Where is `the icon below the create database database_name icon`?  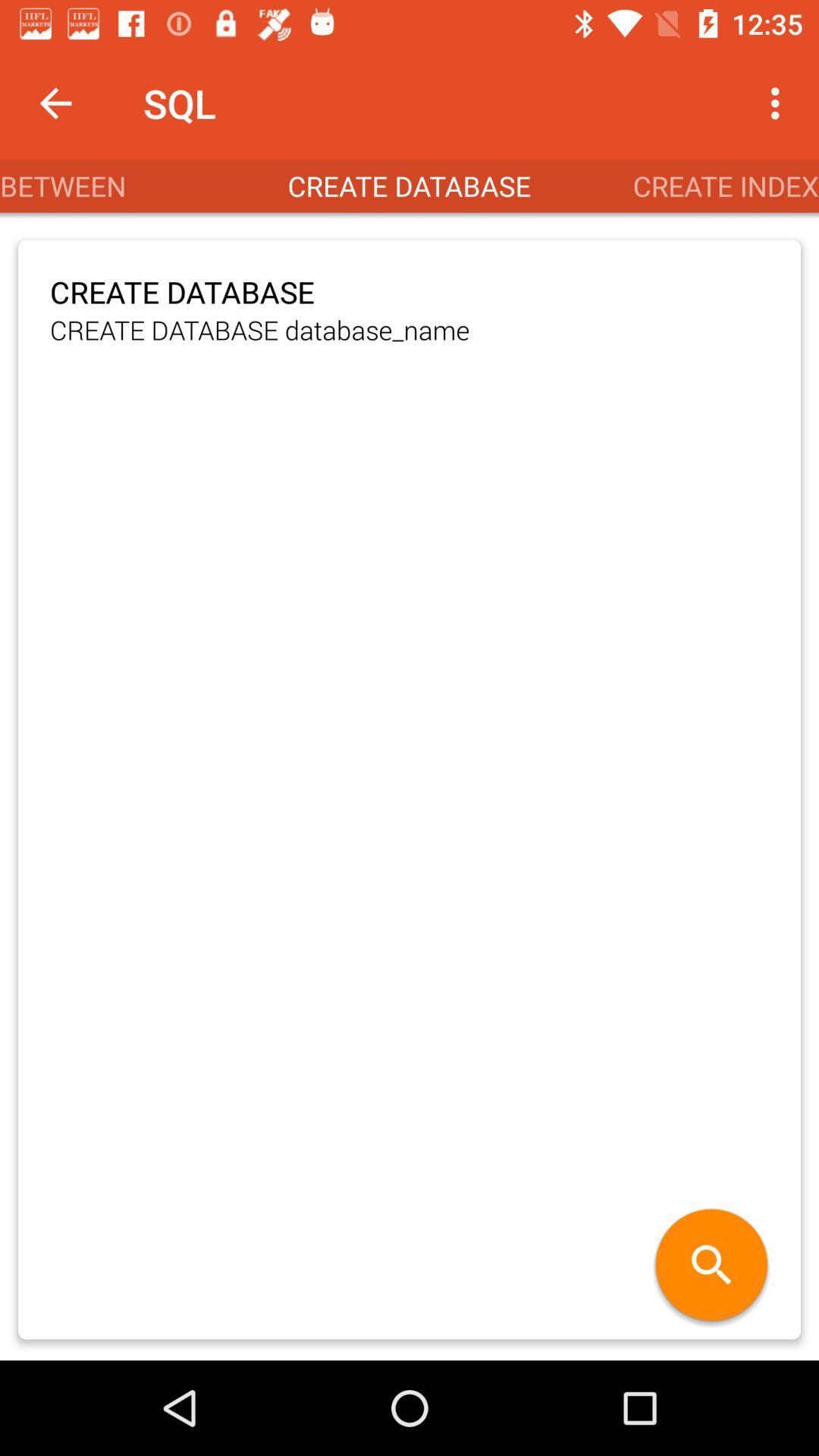 the icon below the create database database_name icon is located at coordinates (711, 1266).